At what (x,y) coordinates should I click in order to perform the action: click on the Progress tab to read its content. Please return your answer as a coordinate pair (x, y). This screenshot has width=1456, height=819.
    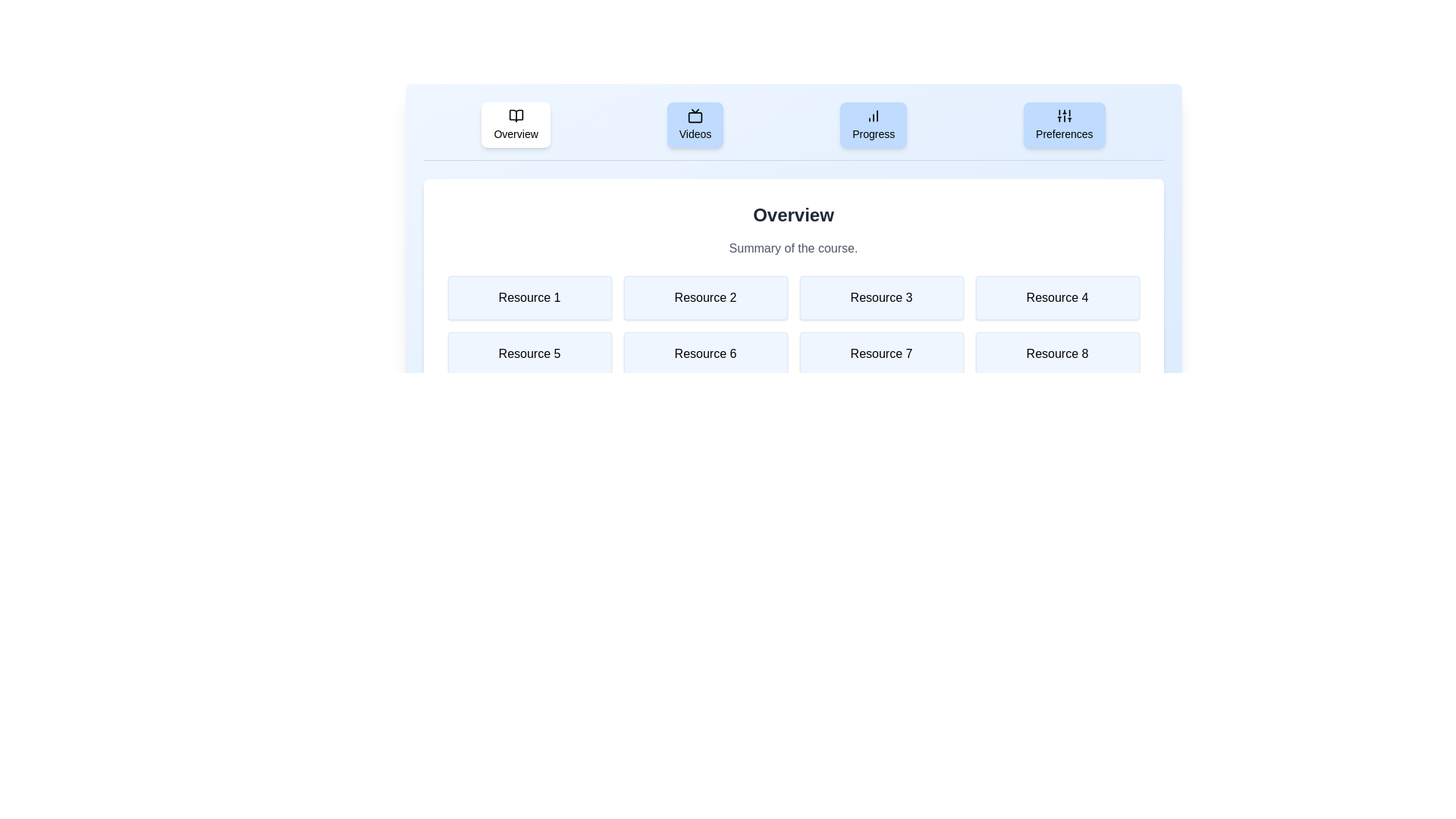
    Looking at the image, I should click on (874, 124).